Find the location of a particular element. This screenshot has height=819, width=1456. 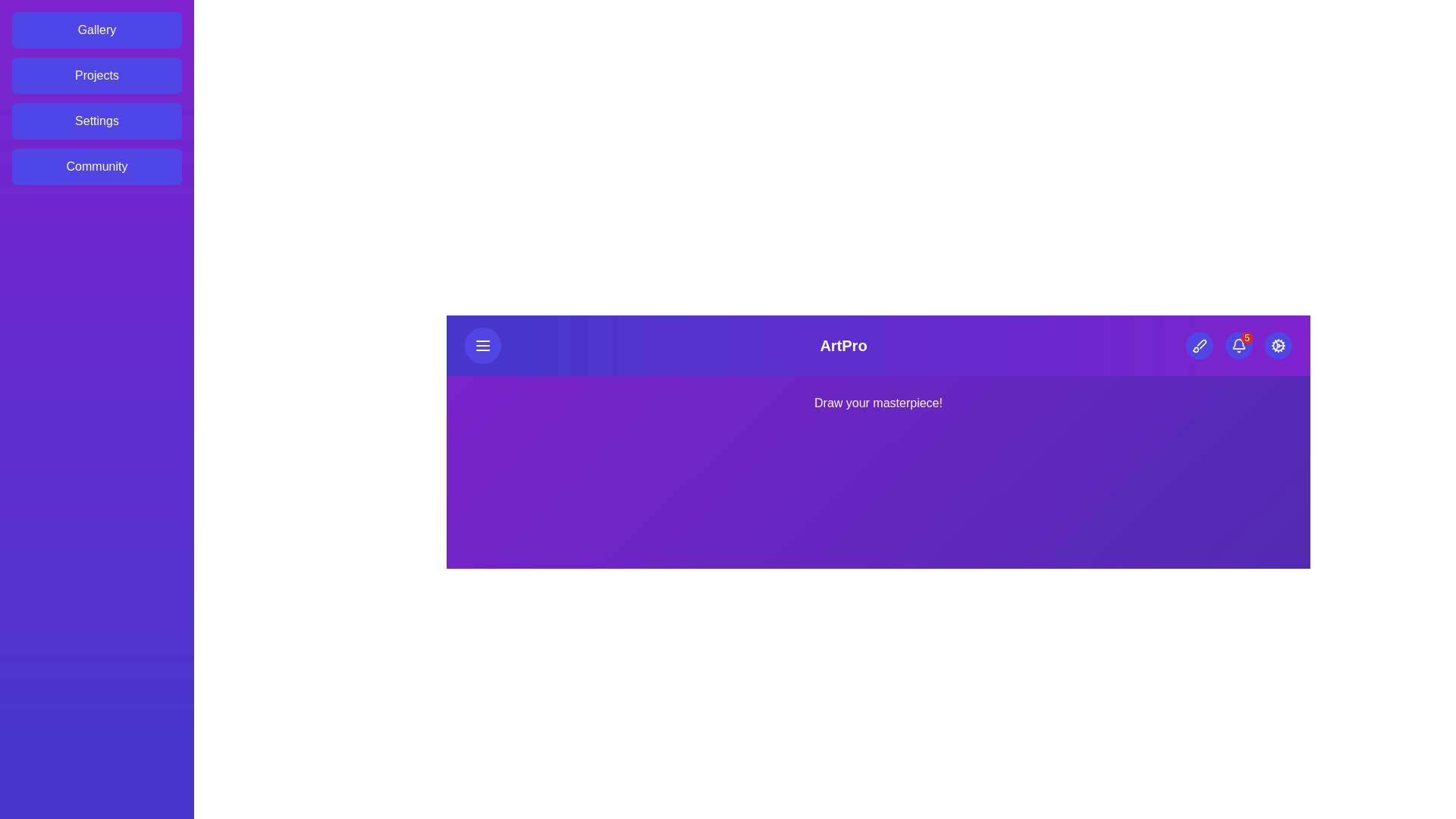

the toolbar button brush is located at coordinates (1197, 345).